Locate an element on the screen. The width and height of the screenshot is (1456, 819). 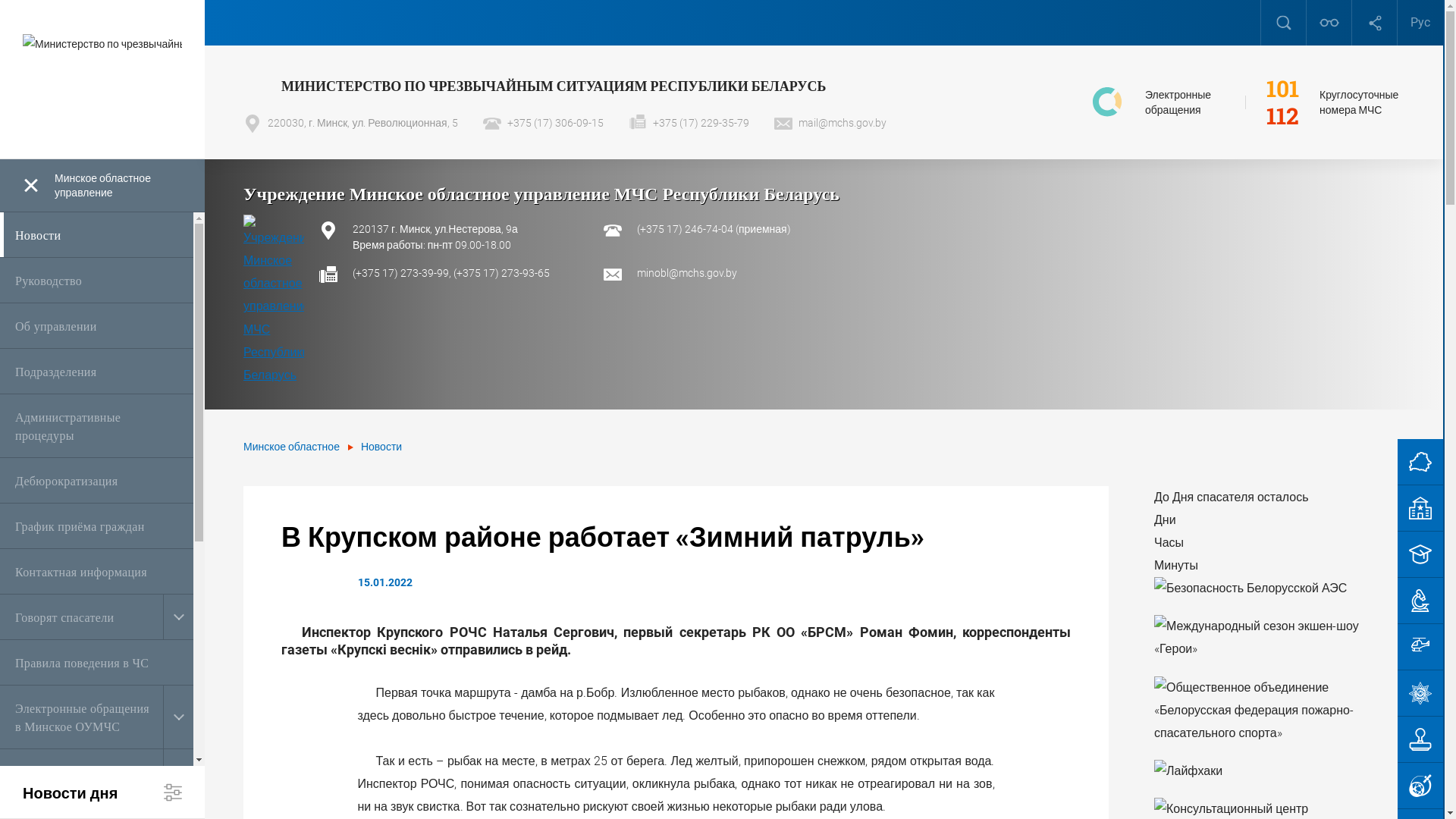
'mail@mchs.gov.by' is located at coordinates (829, 122).